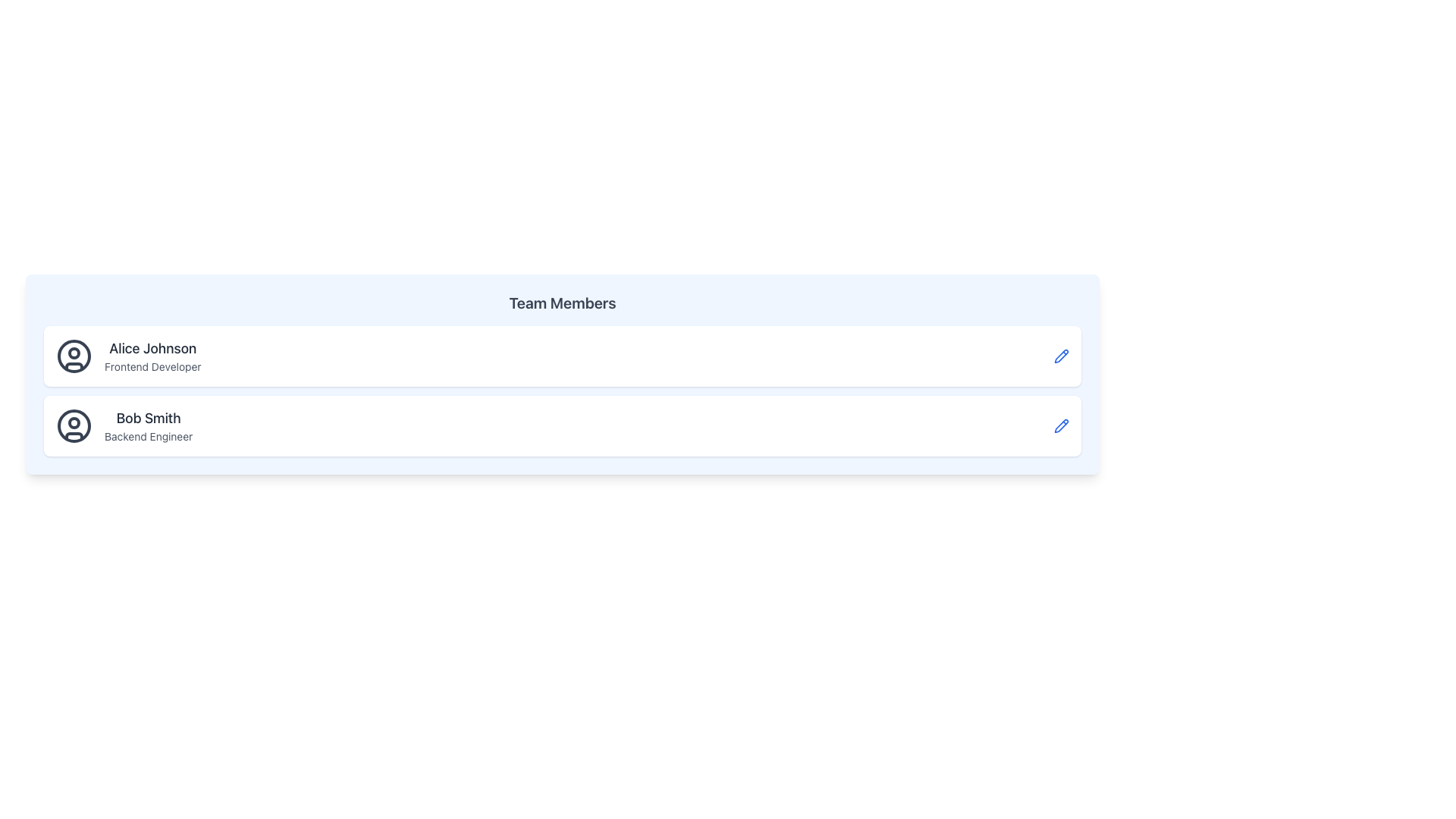  What do you see at coordinates (1061, 426) in the screenshot?
I see `the edit button (pencil icon) located at the extreme right end of the second card for 'Bob Smith, Backend Engineer' to initiate editing` at bounding box center [1061, 426].